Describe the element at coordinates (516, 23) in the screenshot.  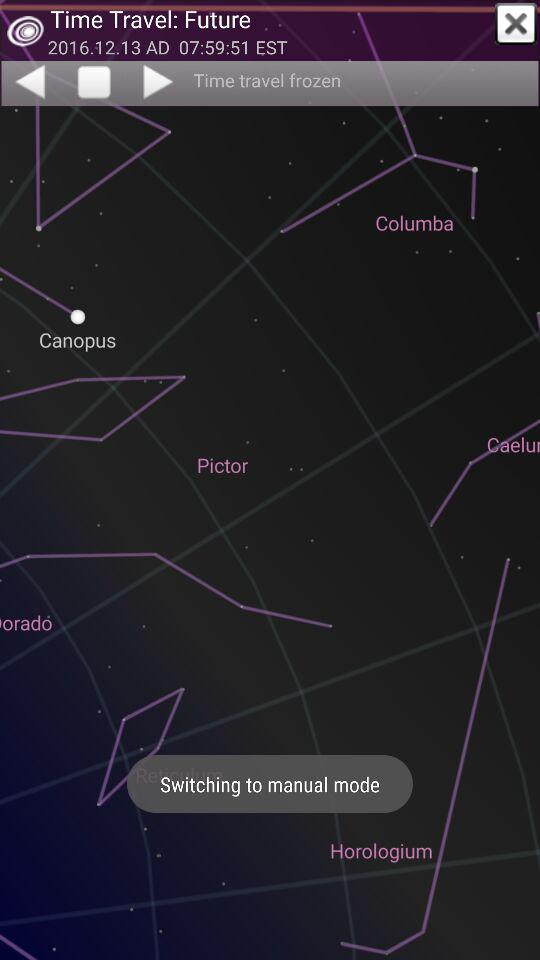
I see `screen` at that location.